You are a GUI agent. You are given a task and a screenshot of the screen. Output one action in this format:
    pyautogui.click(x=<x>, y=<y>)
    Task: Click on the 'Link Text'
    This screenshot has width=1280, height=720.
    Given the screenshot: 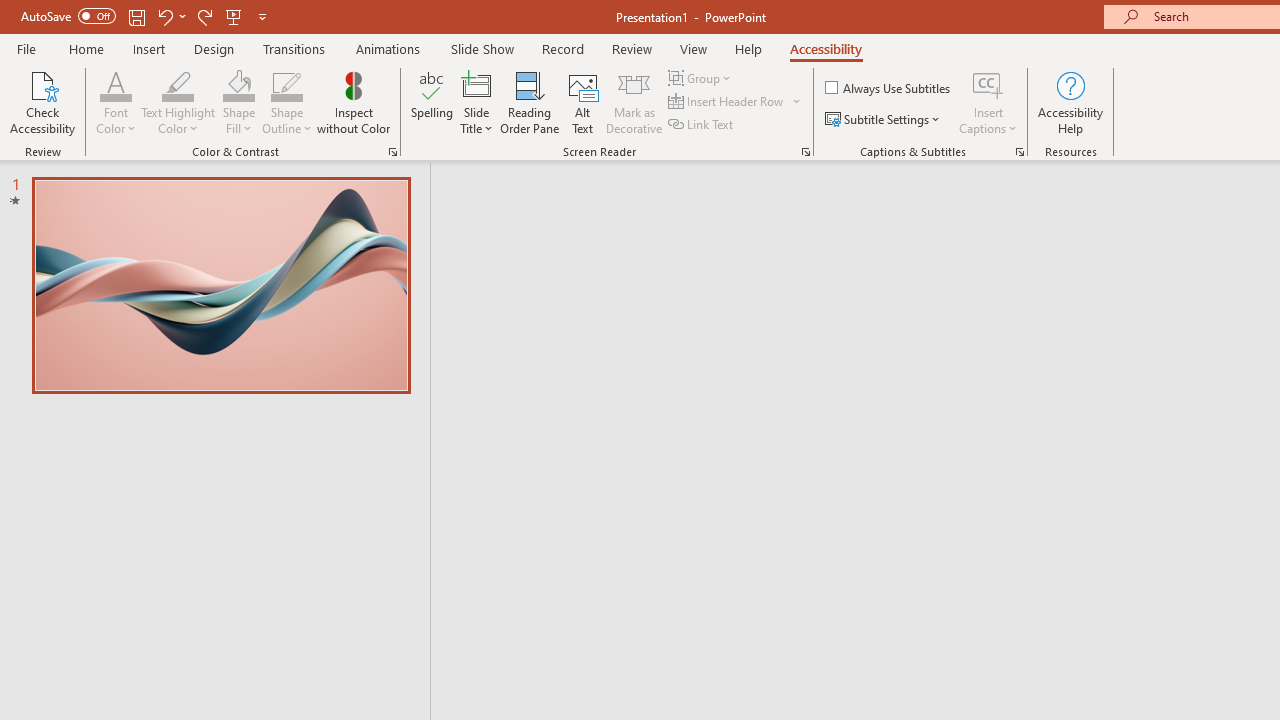 What is the action you would take?
    pyautogui.click(x=702, y=124)
    